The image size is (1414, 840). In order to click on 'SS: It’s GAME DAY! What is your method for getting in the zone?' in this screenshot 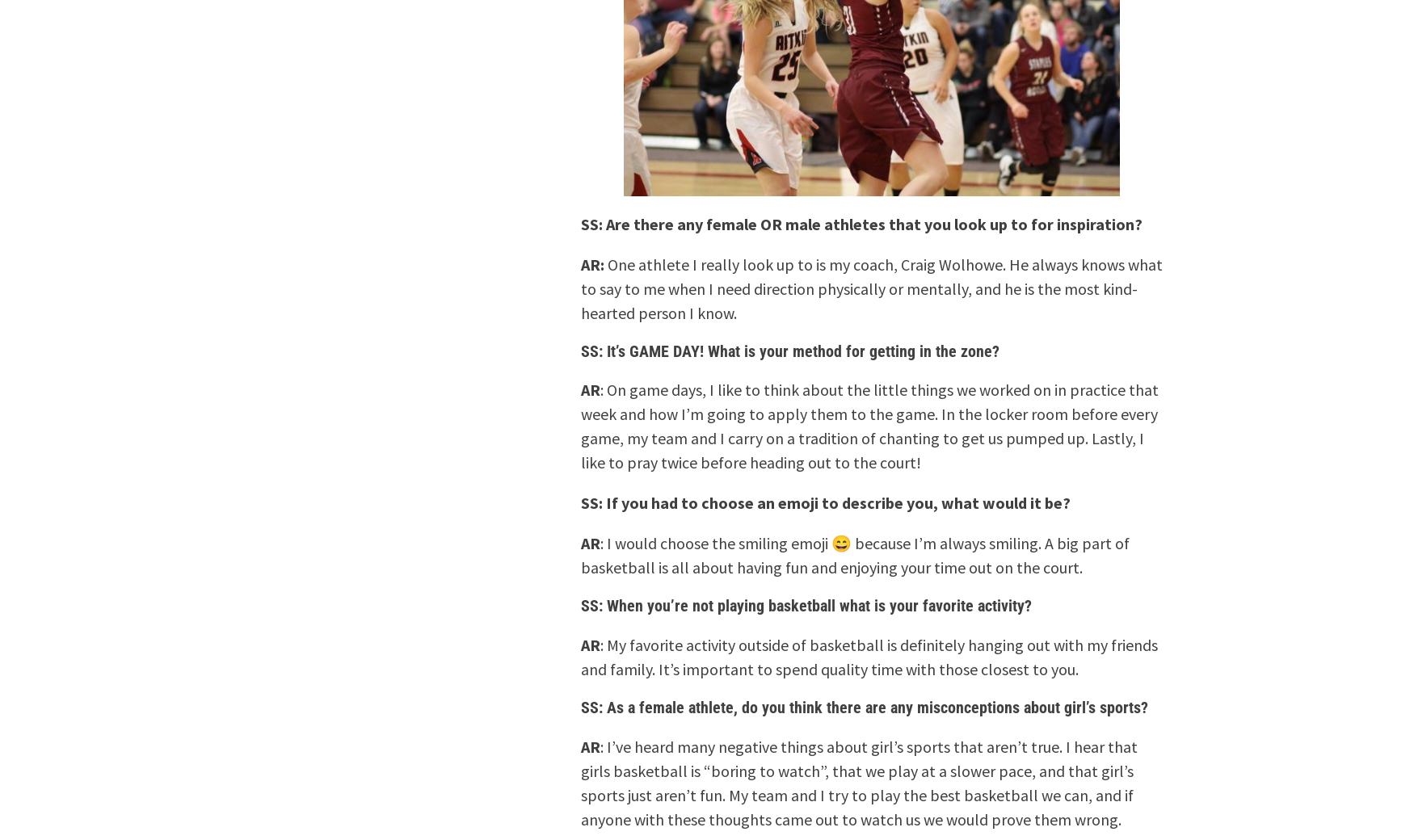, I will do `click(790, 350)`.